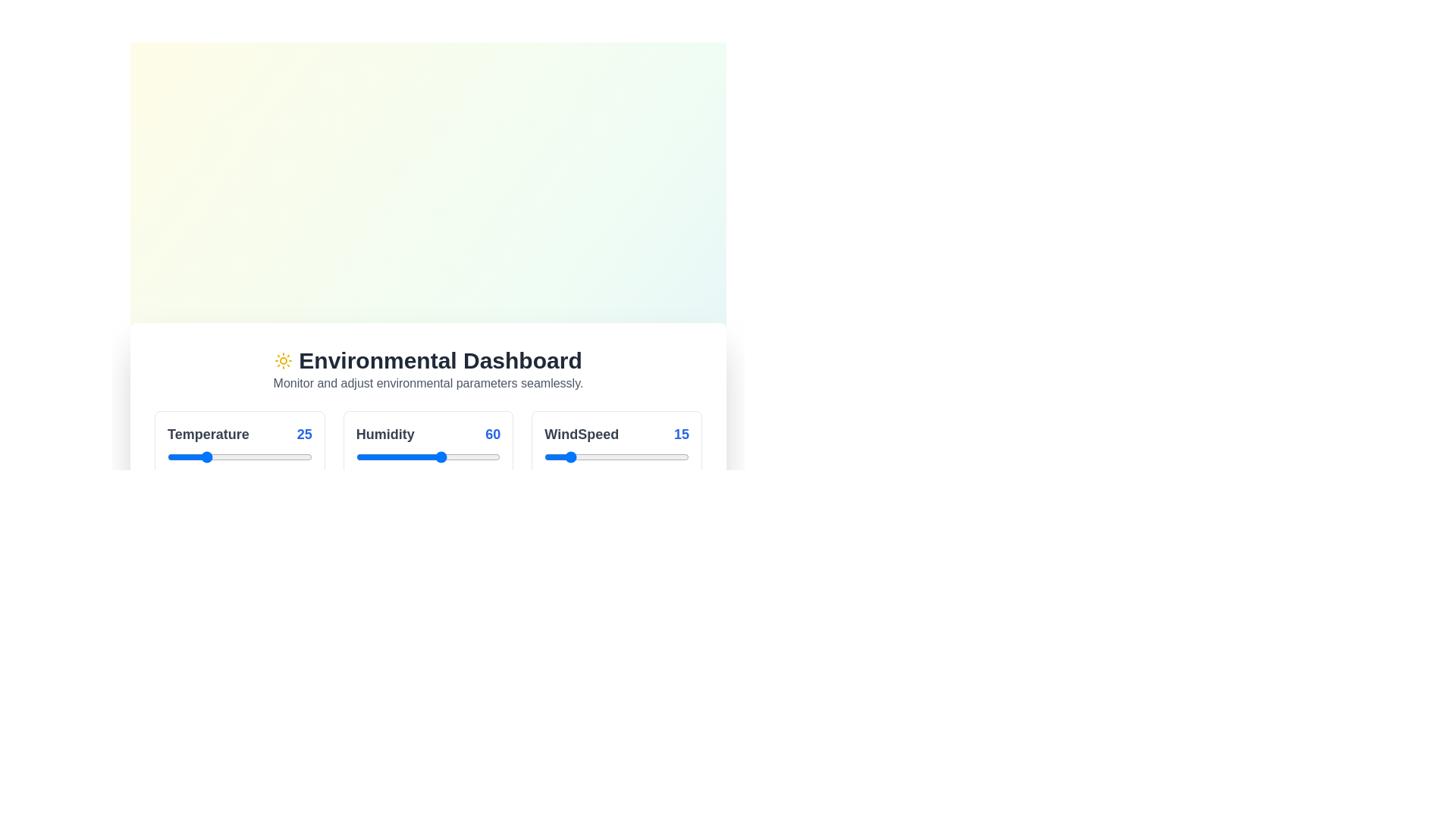  I want to click on the Wind Speed slider, so click(570, 456).